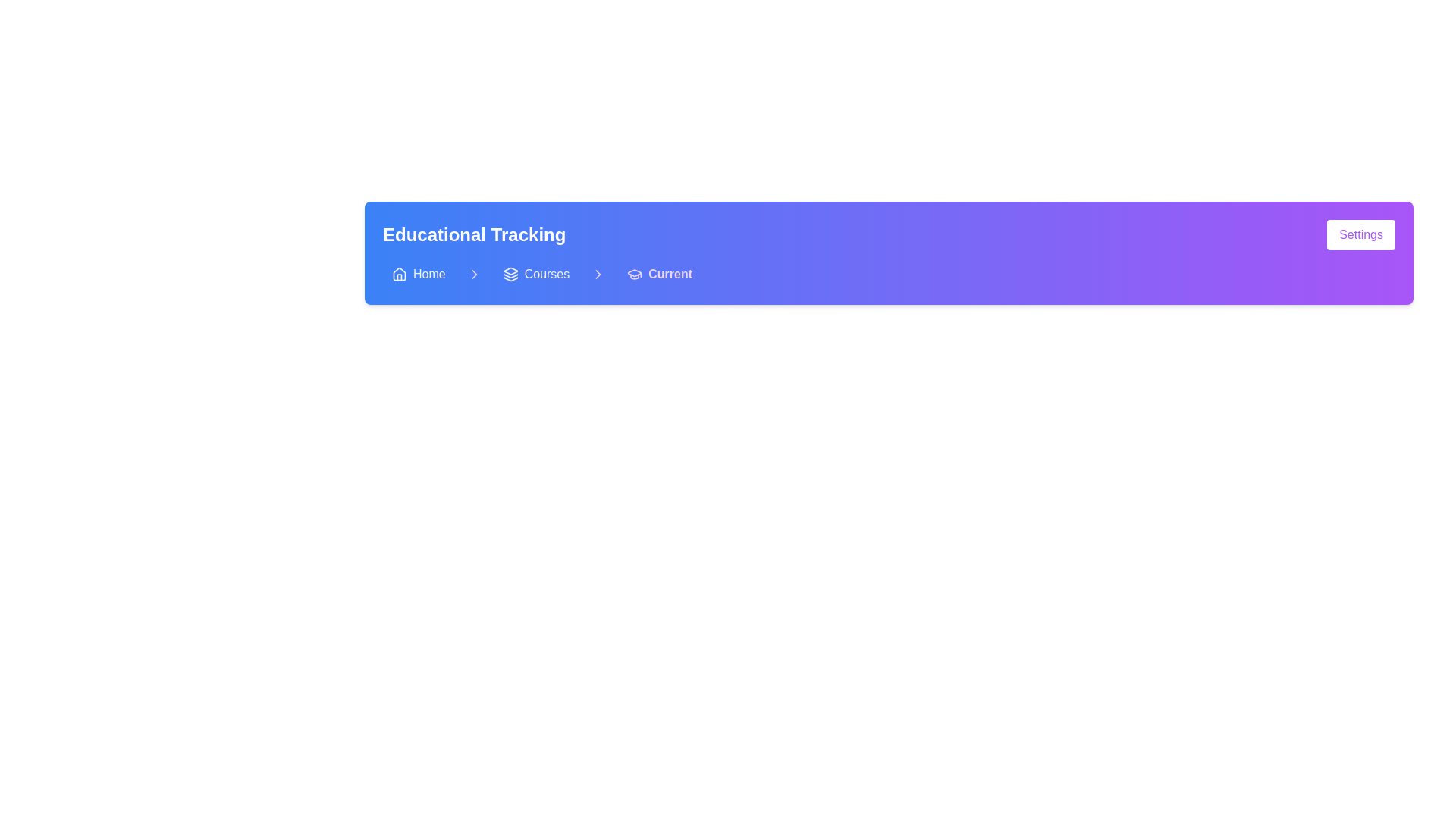  What do you see at coordinates (473, 275) in the screenshot?
I see `the right-pointing chevron arrow icon styled in light purple, which is located between the 'Home' and 'Courses' labels in the breadcrumb navigation bar` at bounding box center [473, 275].